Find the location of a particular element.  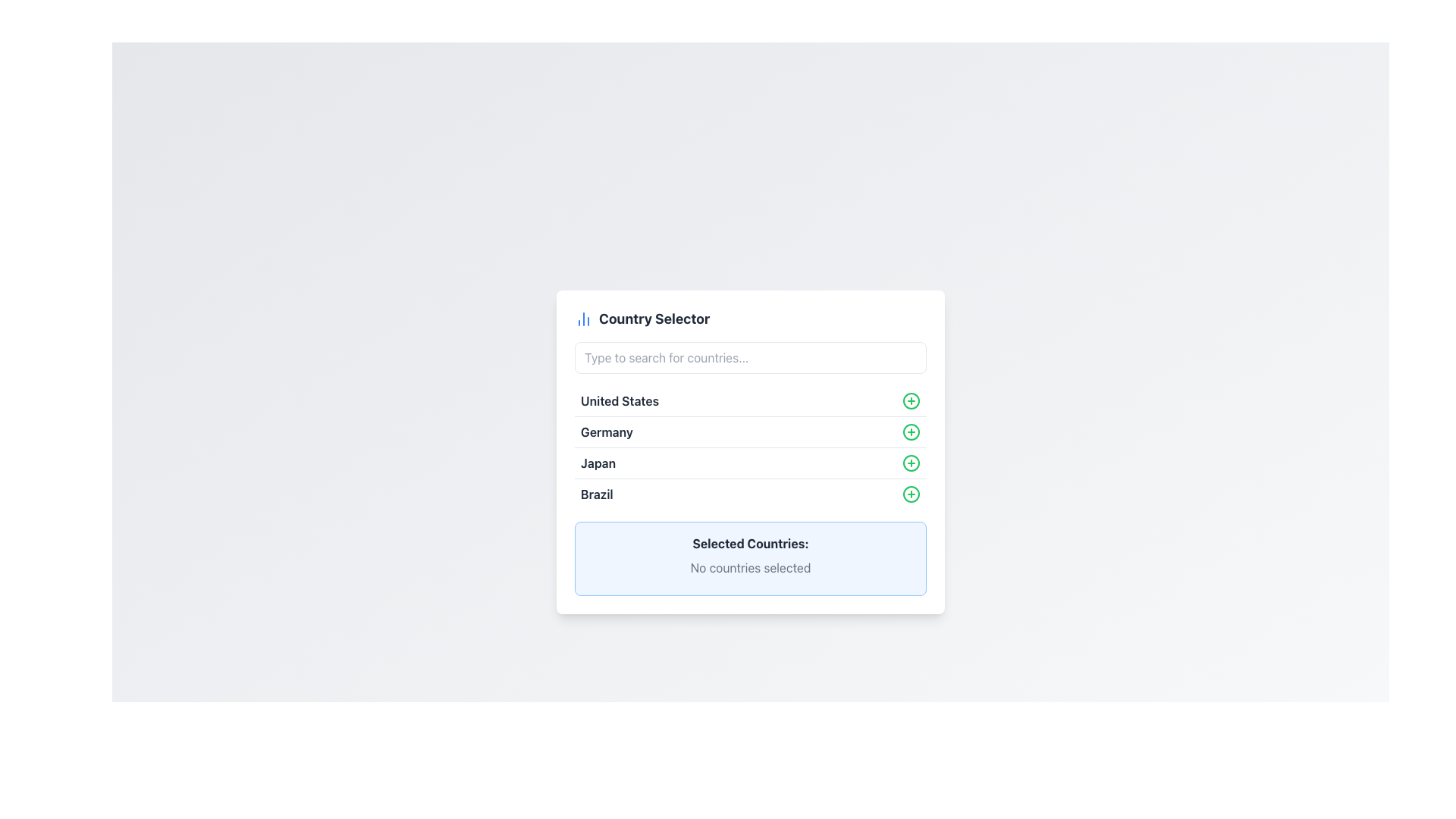

the 'United States' list item in the Country Selector is located at coordinates (750, 400).